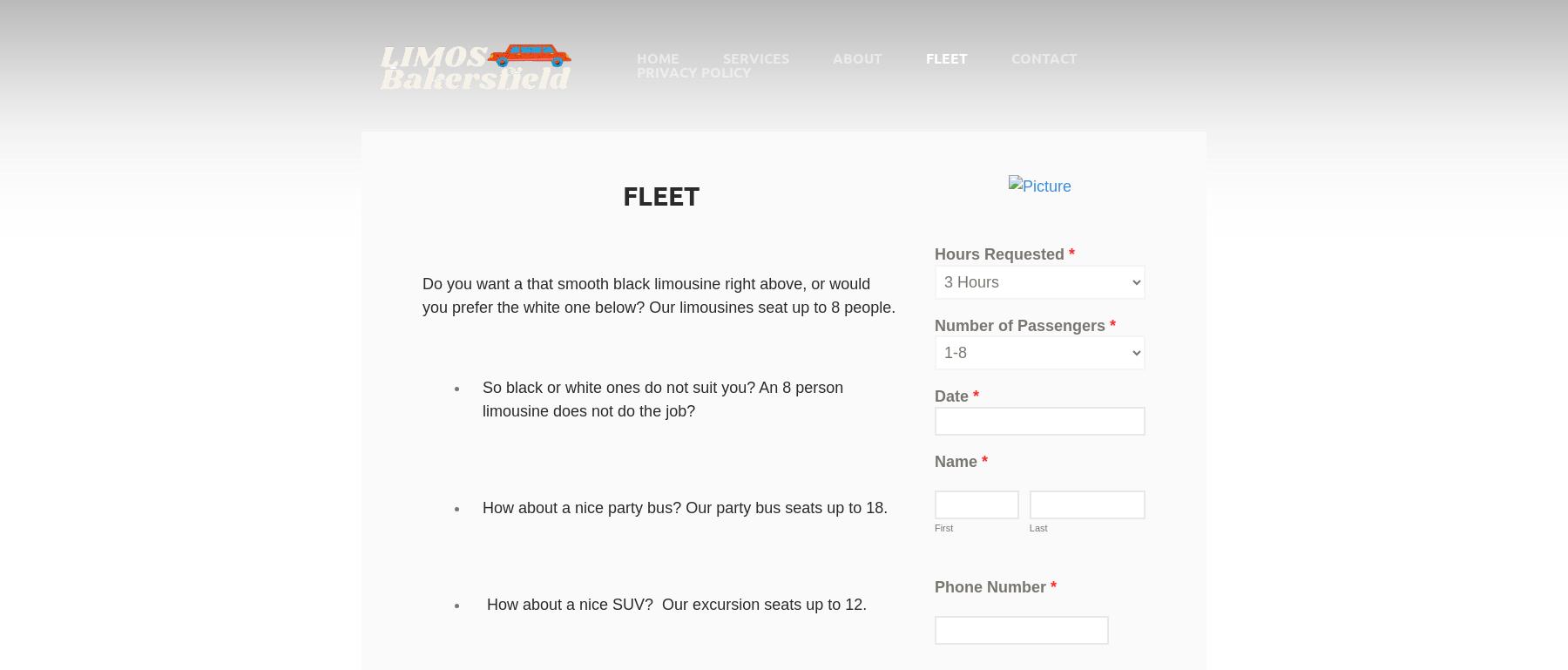  I want to click on 'How about a nice party bus? Our party bus seats up to 18.', so click(482, 507).